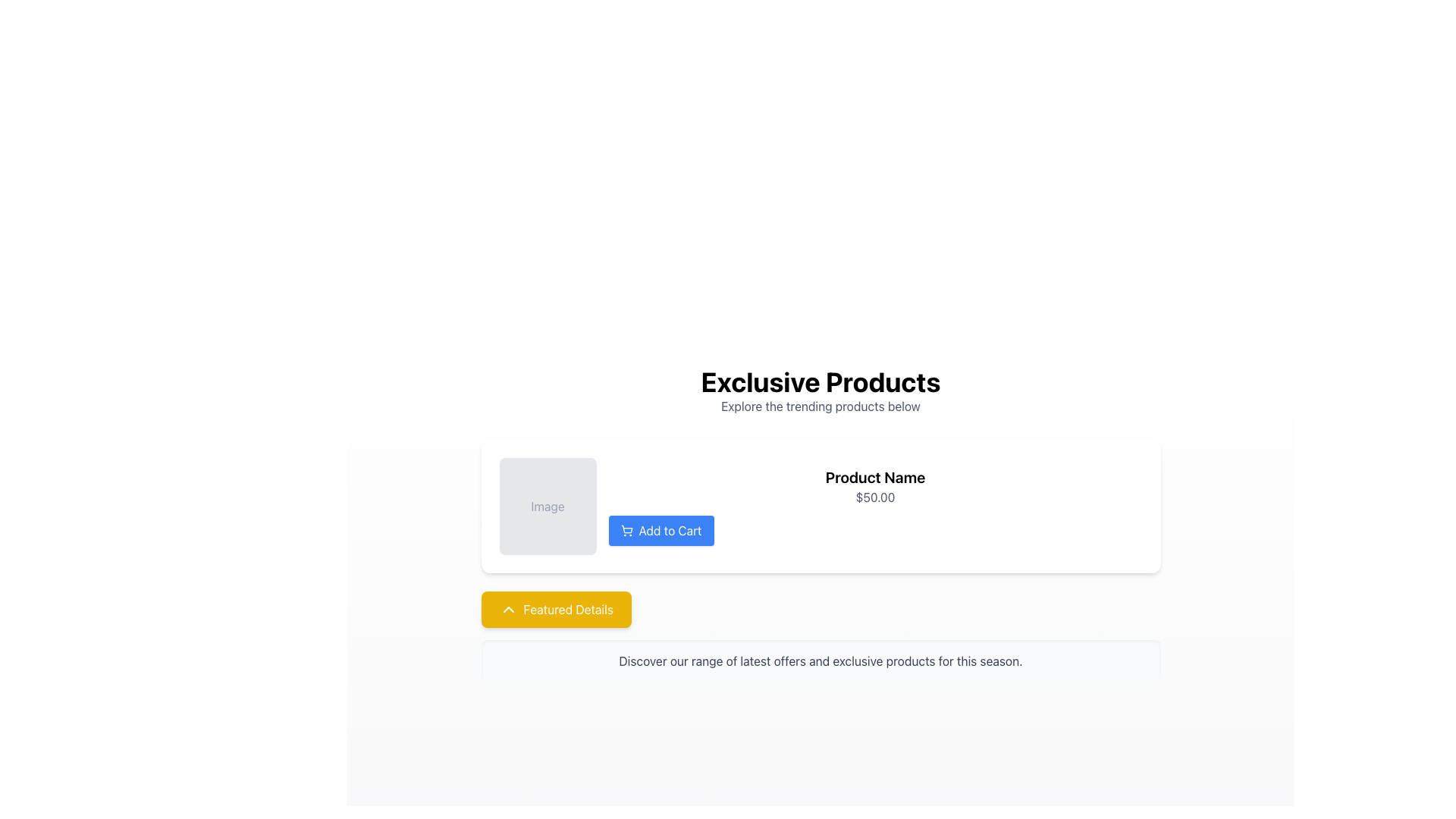 This screenshot has height=819, width=1456. What do you see at coordinates (669, 529) in the screenshot?
I see `the 'Add to Cart' text label, which is the rightmost part of a button with a blue background and white font, located below the product name and price` at bounding box center [669, 529].